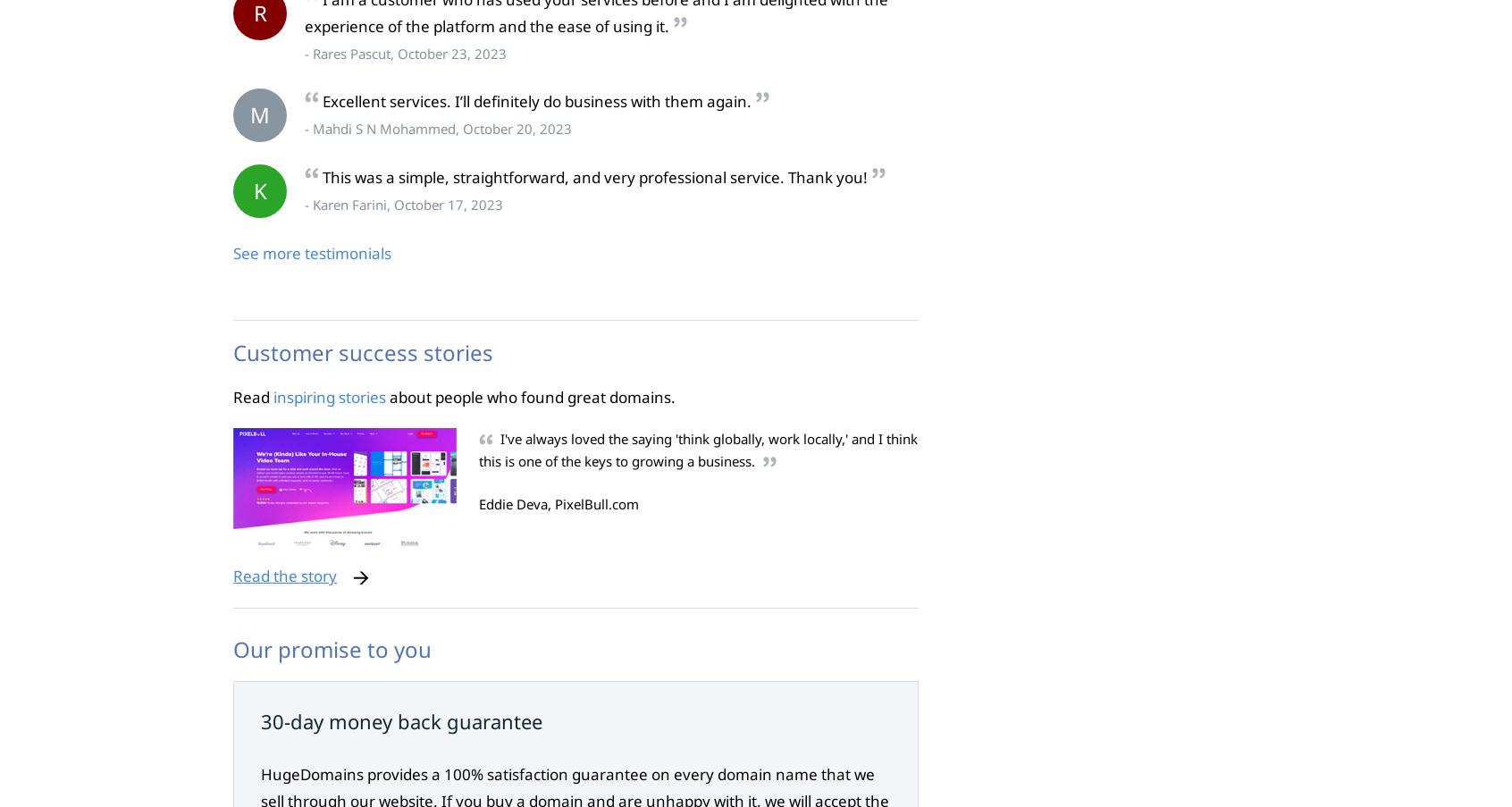 The width and height of the screenshot is (1512, 807). Describe the element at coordinates (311, 252) in the screenshot. I see `'See more testimonials'` at that location.